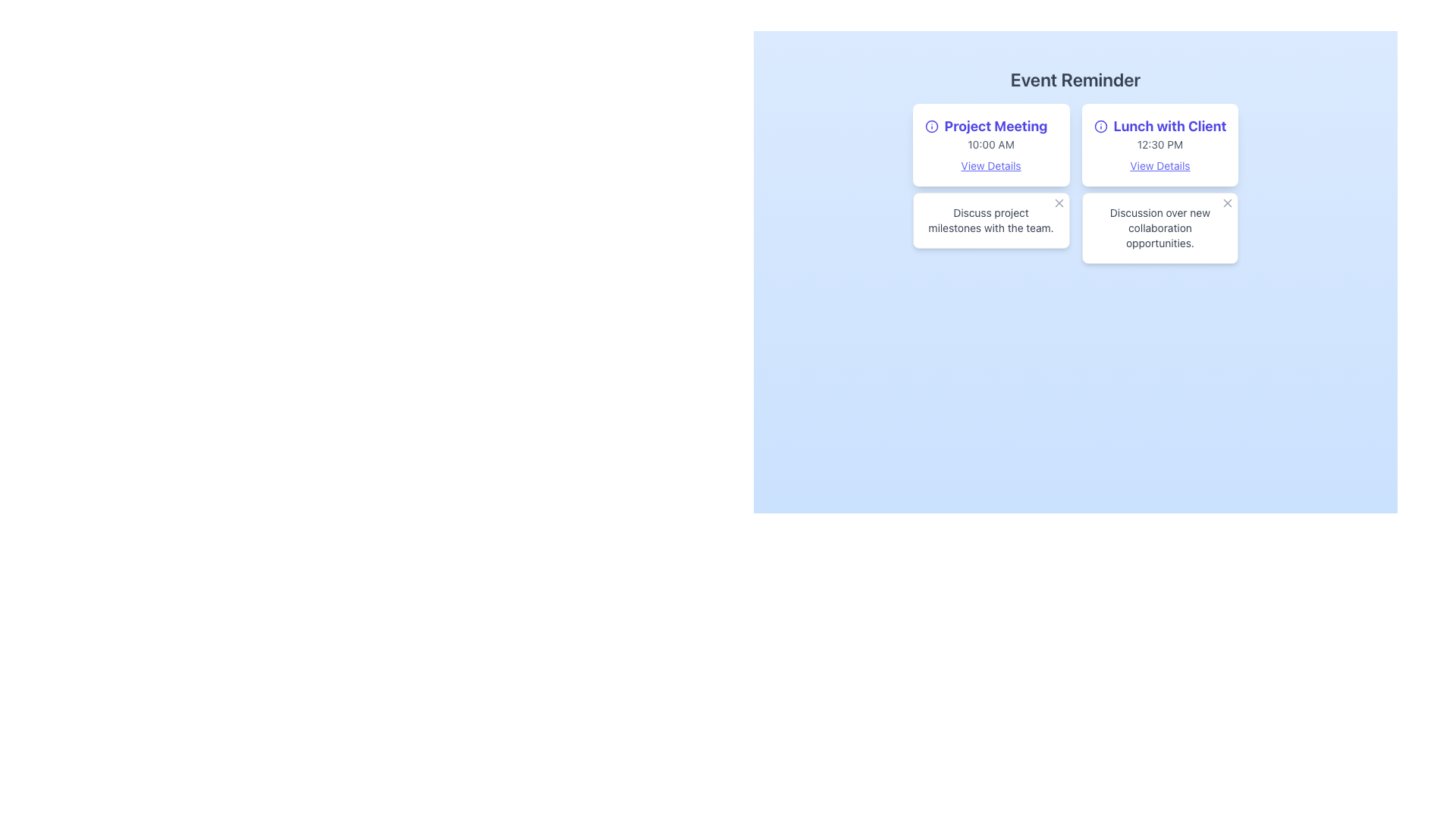 The image size is (1456, 819). Describe the element at coordinates (1228, 202) in the screenshot. I see `the cross-shaped icon button located at the top-right corner of the card in the second row, second column of the 2x2 grid` at that location.